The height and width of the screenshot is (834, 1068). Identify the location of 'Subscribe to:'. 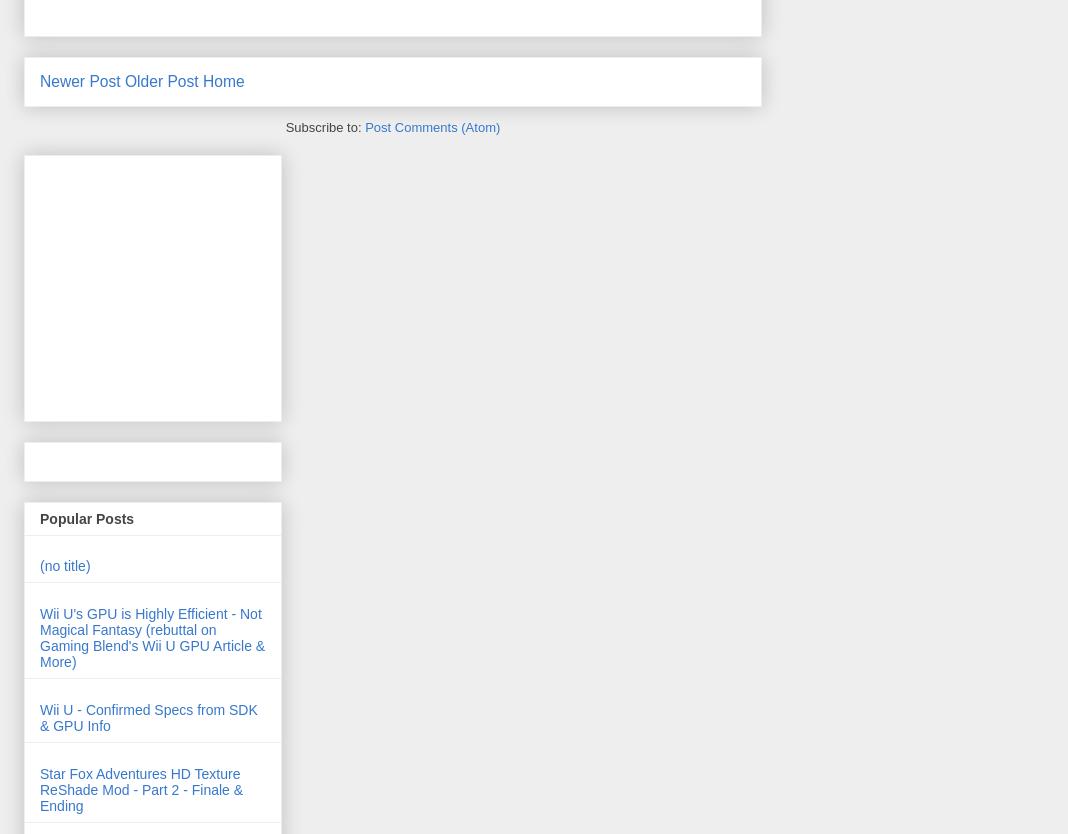
(323, 125).